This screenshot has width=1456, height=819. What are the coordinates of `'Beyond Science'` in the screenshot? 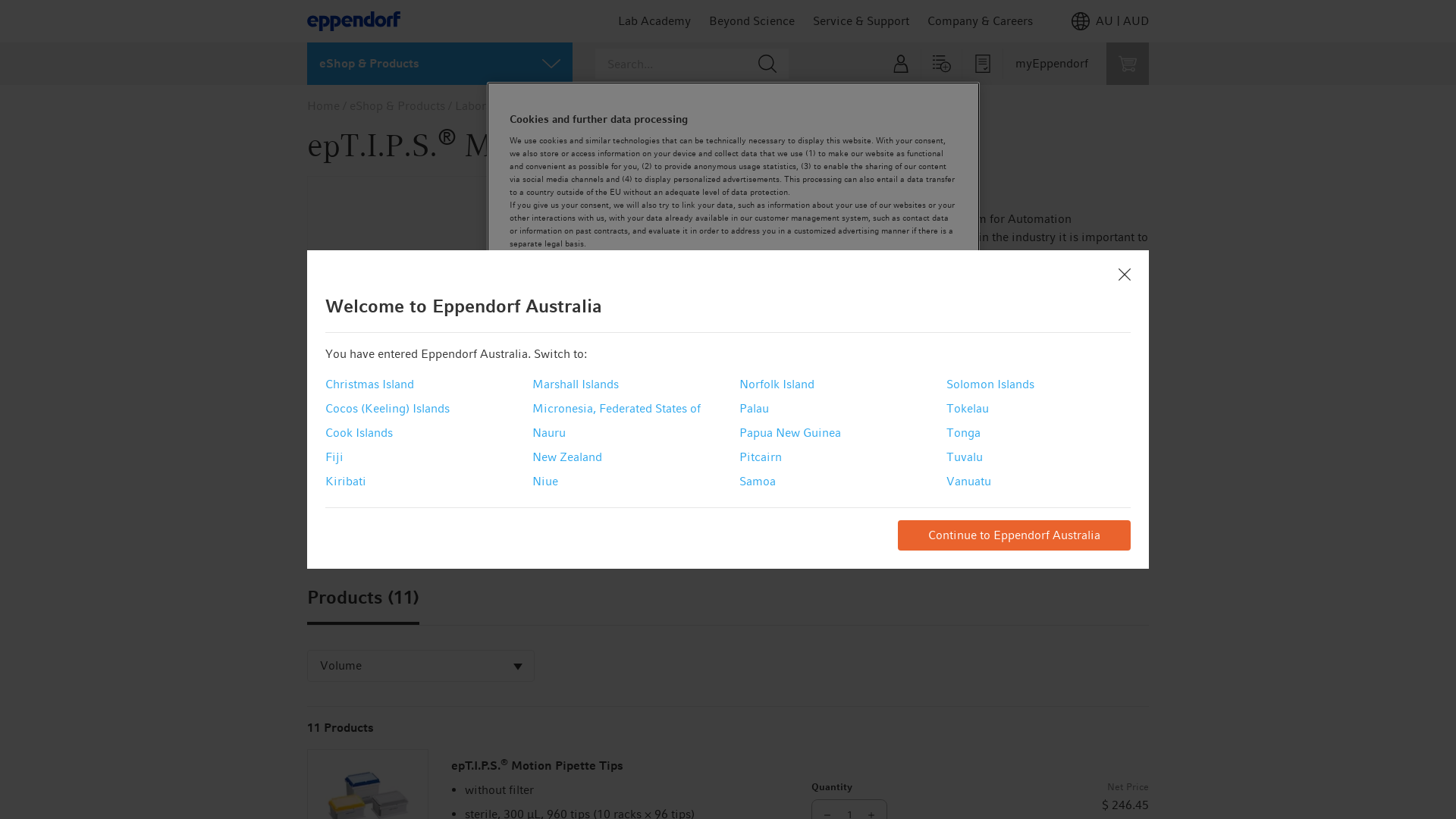 It's located at (752, 20).